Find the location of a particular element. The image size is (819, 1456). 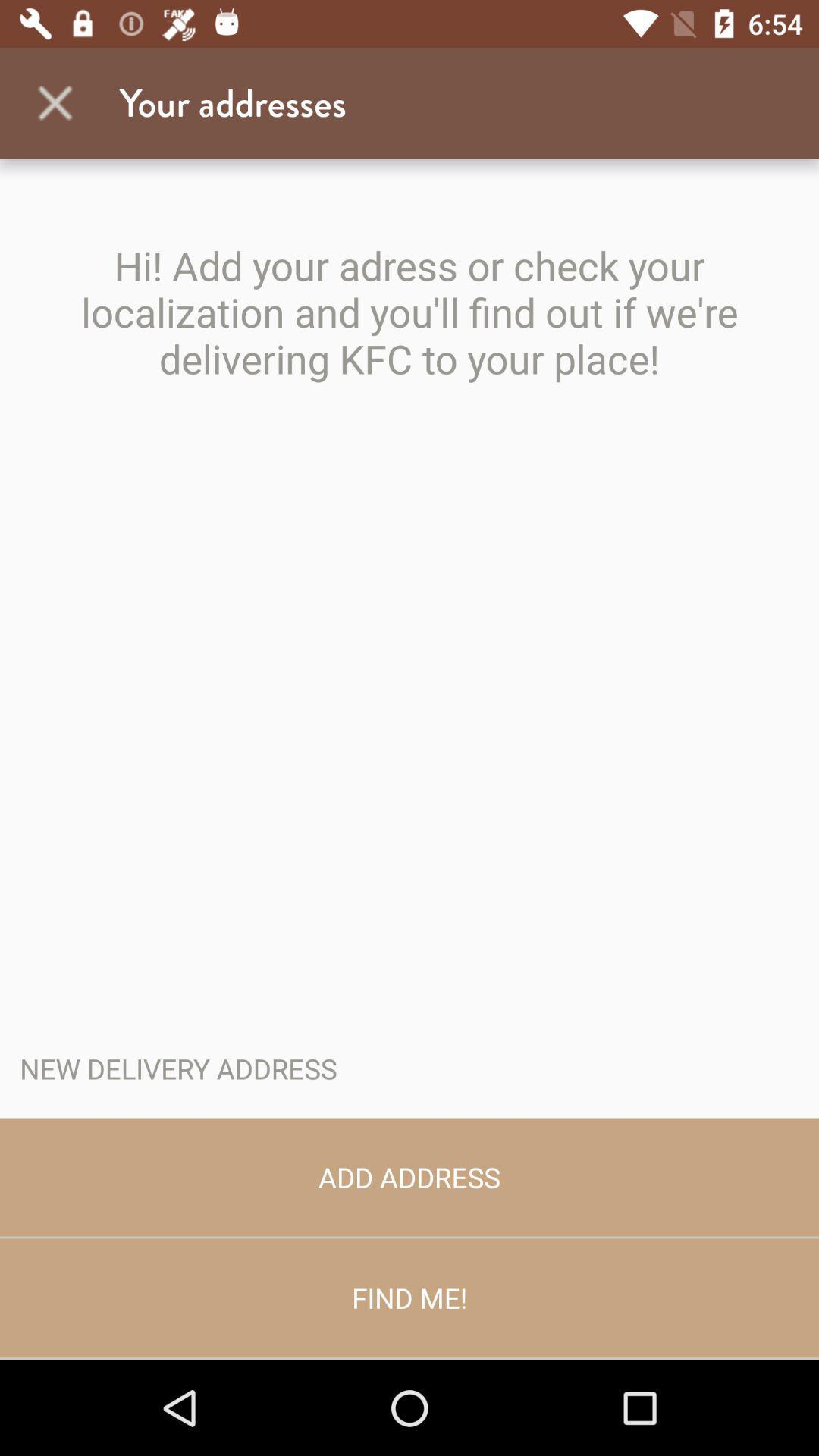

the icon above the hi add your is located at coordinates (55, 102).